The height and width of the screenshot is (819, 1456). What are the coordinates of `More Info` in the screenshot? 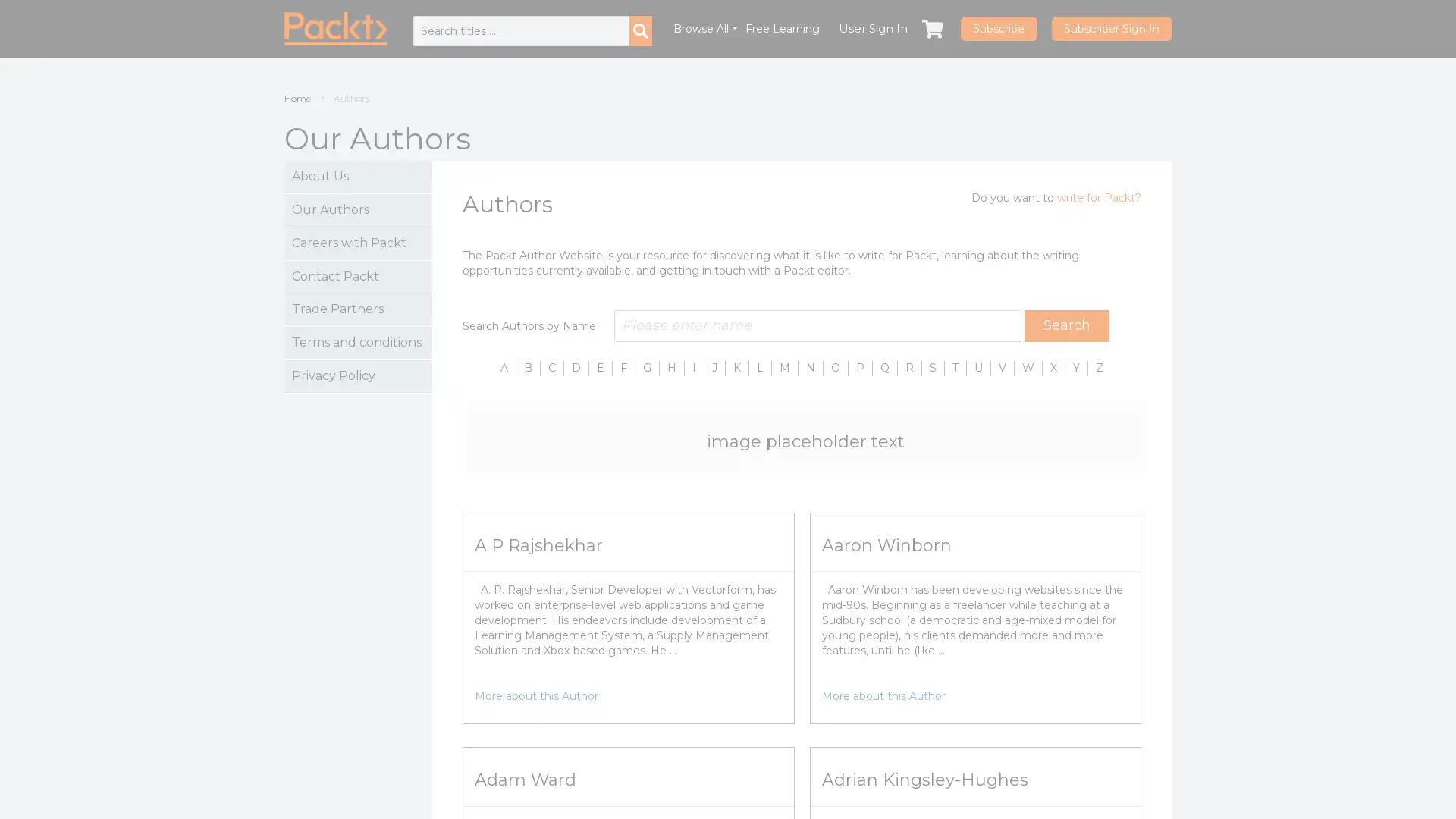 It's located at (1240, 786).